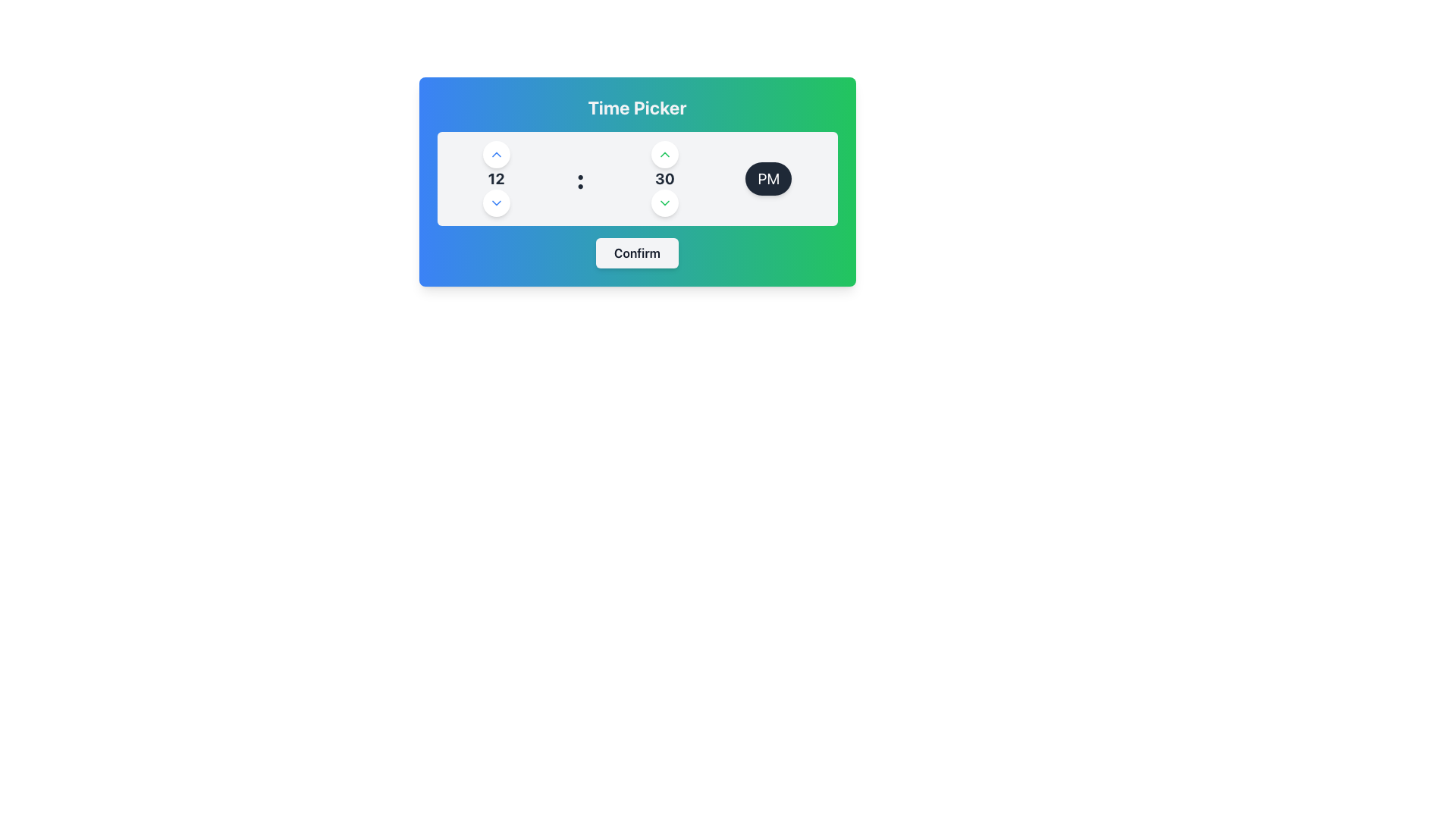 The width and height of the screenshot is (1456, 819). Describe the element at coordinates (665, 202) in the screenshot. I see `the downward-pointing chevron icon embedded within the circular button in the time picker interface, located beneath the number '12'` at that location.